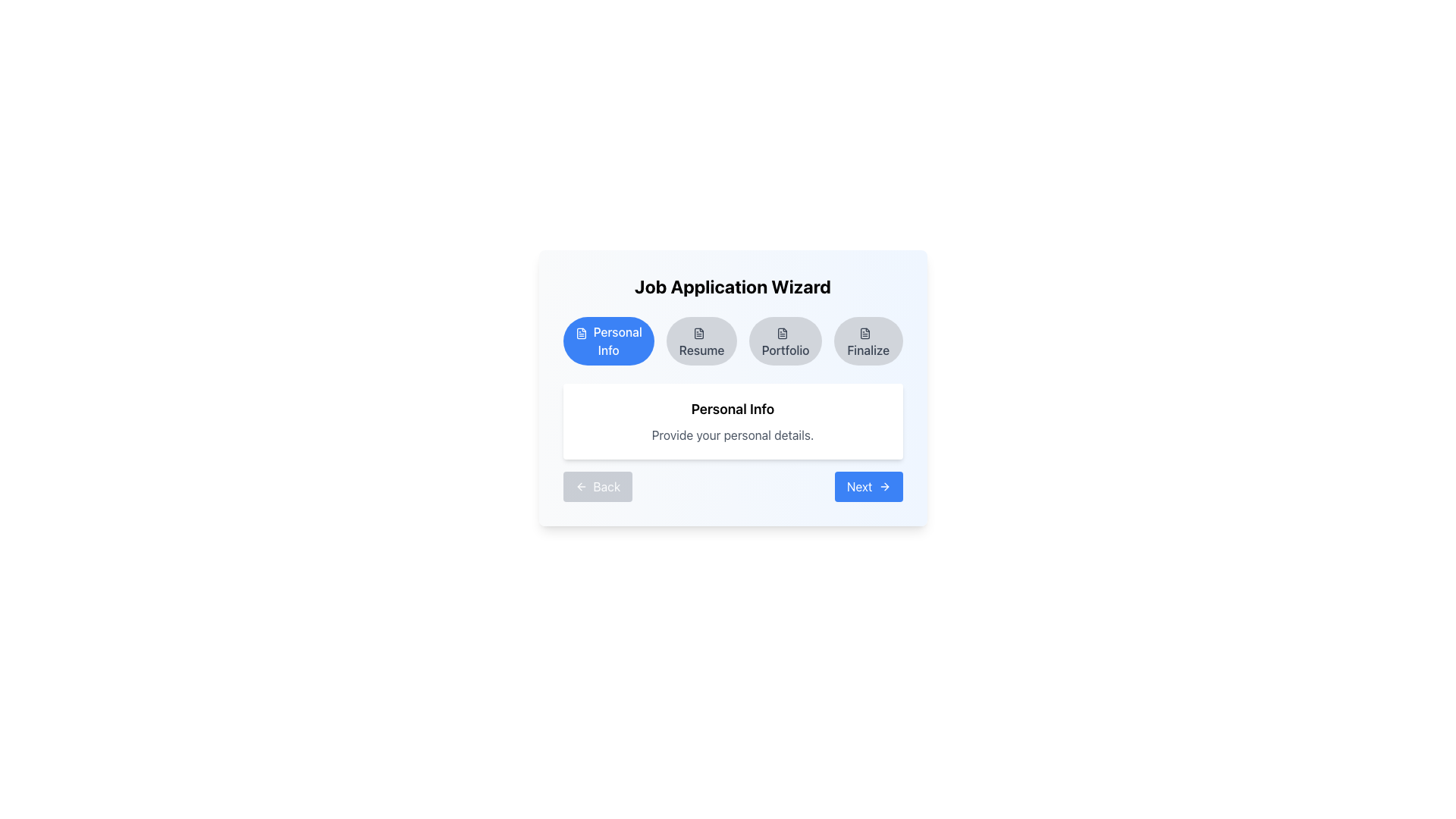  Describe the element at coordinates (701, 341) in the screenshot. I see `the second button in a row of four buttons, which serves as a navigation option for selecting 'Resume'` at that location.